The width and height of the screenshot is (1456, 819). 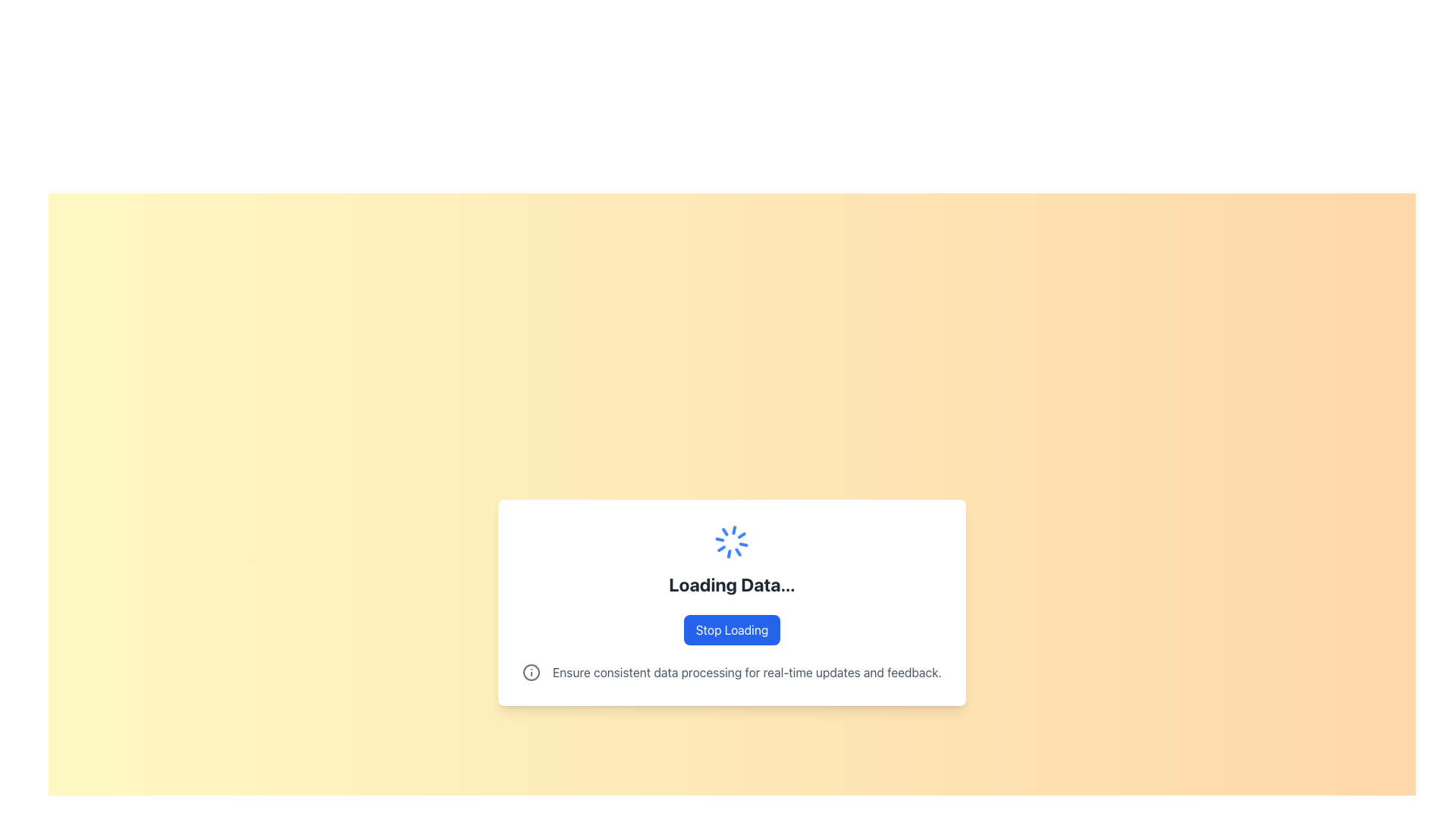 I want to click on the text label displaying 'Loading Data...' which is styled with a bold font and is centered within a clean dialog box, so click(x=732, y=584).